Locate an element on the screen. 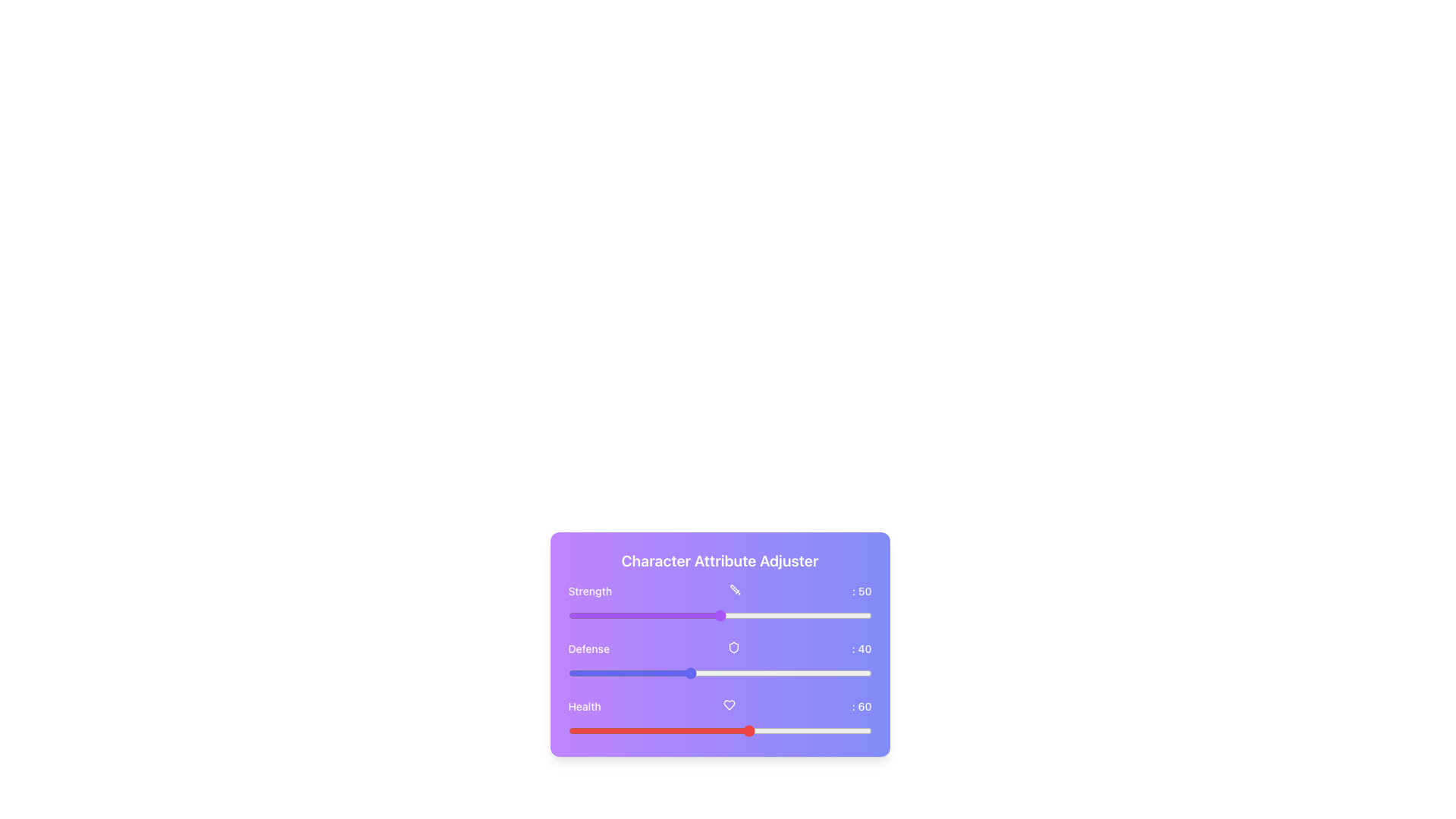 Image resolution: width=1456 pixels, height=819 pixels. the slider value is located at coordinates (786, 672).